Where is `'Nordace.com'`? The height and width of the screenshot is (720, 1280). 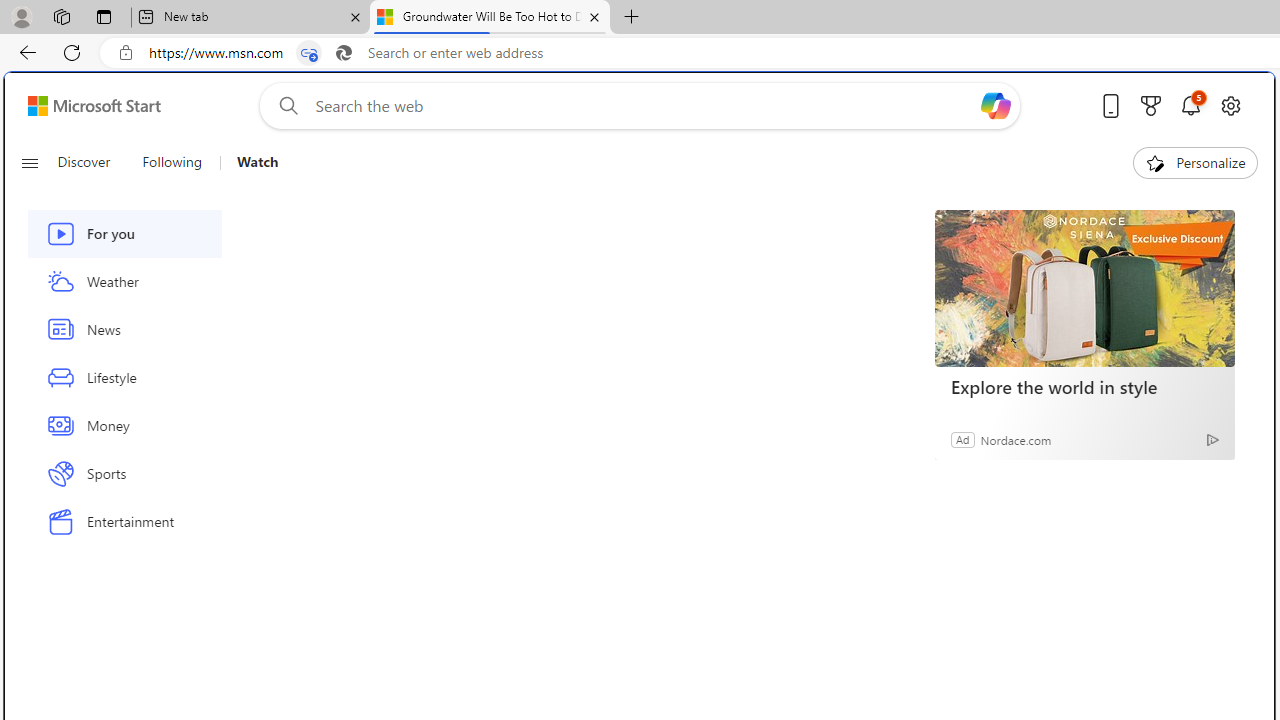
'Nordace.com' is located at coordinates (1016, 438).